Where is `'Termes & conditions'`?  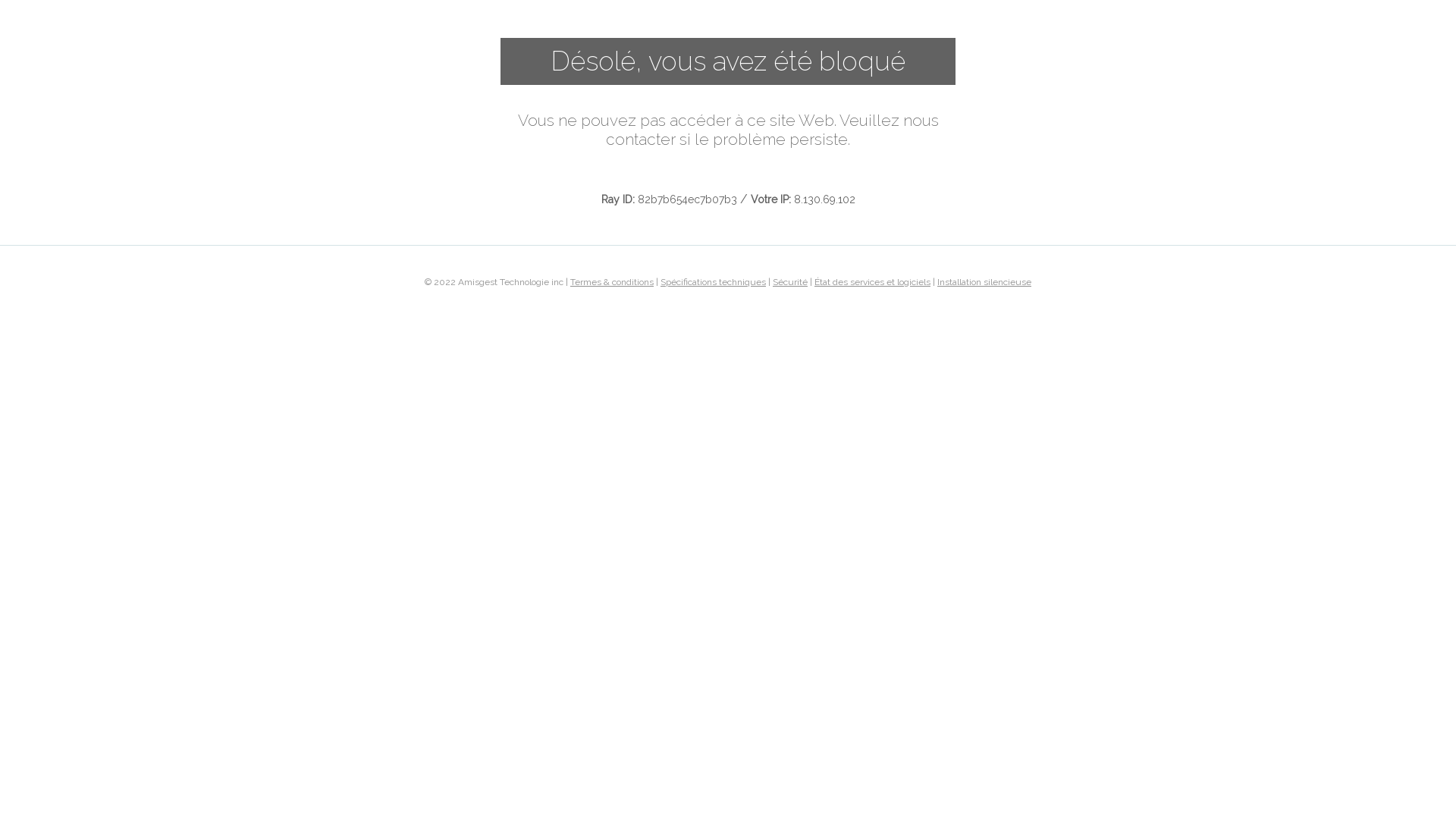 'Termes & conditions' is located at coordinates (611, 281).